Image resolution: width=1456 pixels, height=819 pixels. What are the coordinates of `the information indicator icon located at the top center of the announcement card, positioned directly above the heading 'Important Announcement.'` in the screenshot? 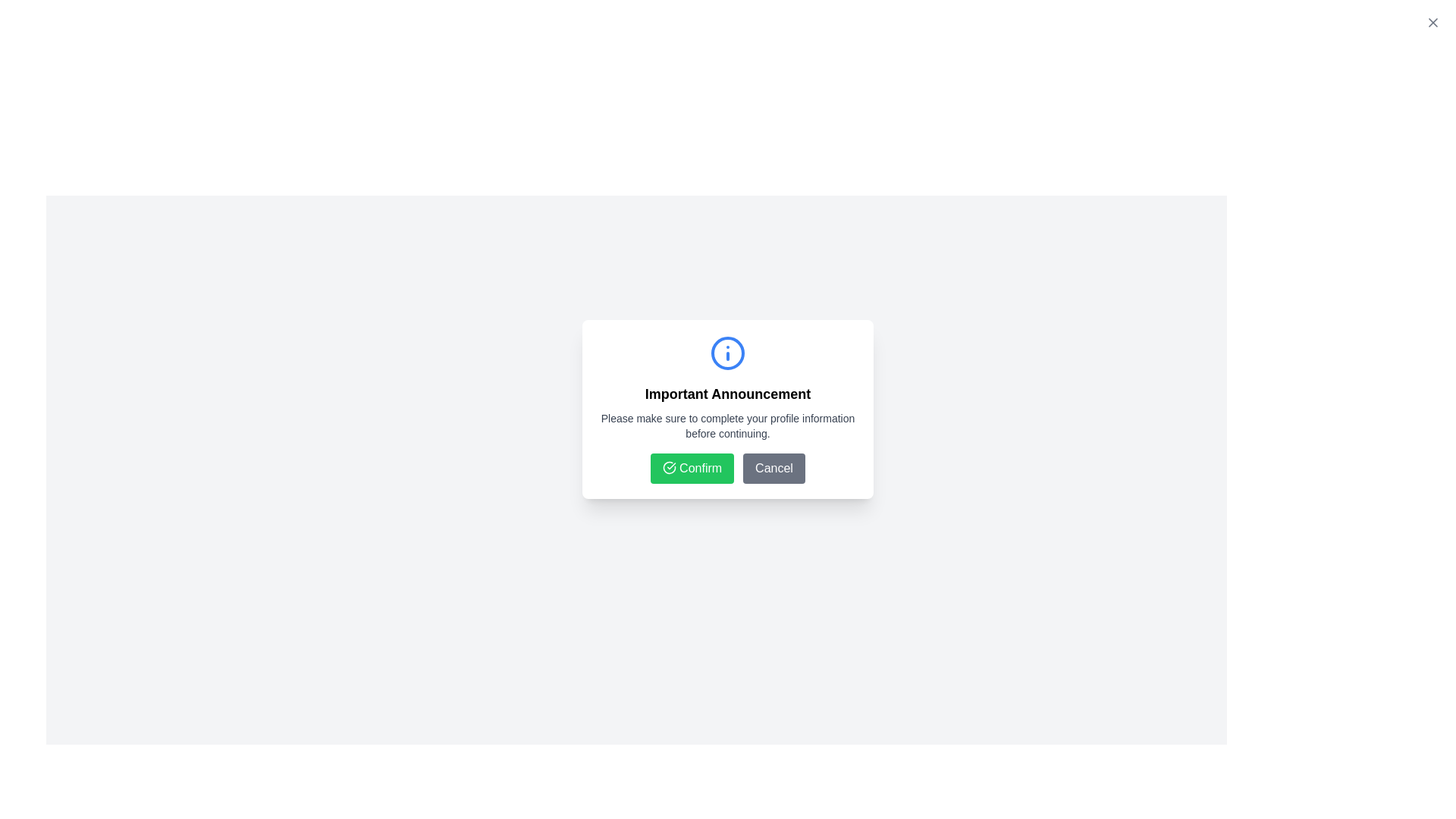 It's located at (728, 353).